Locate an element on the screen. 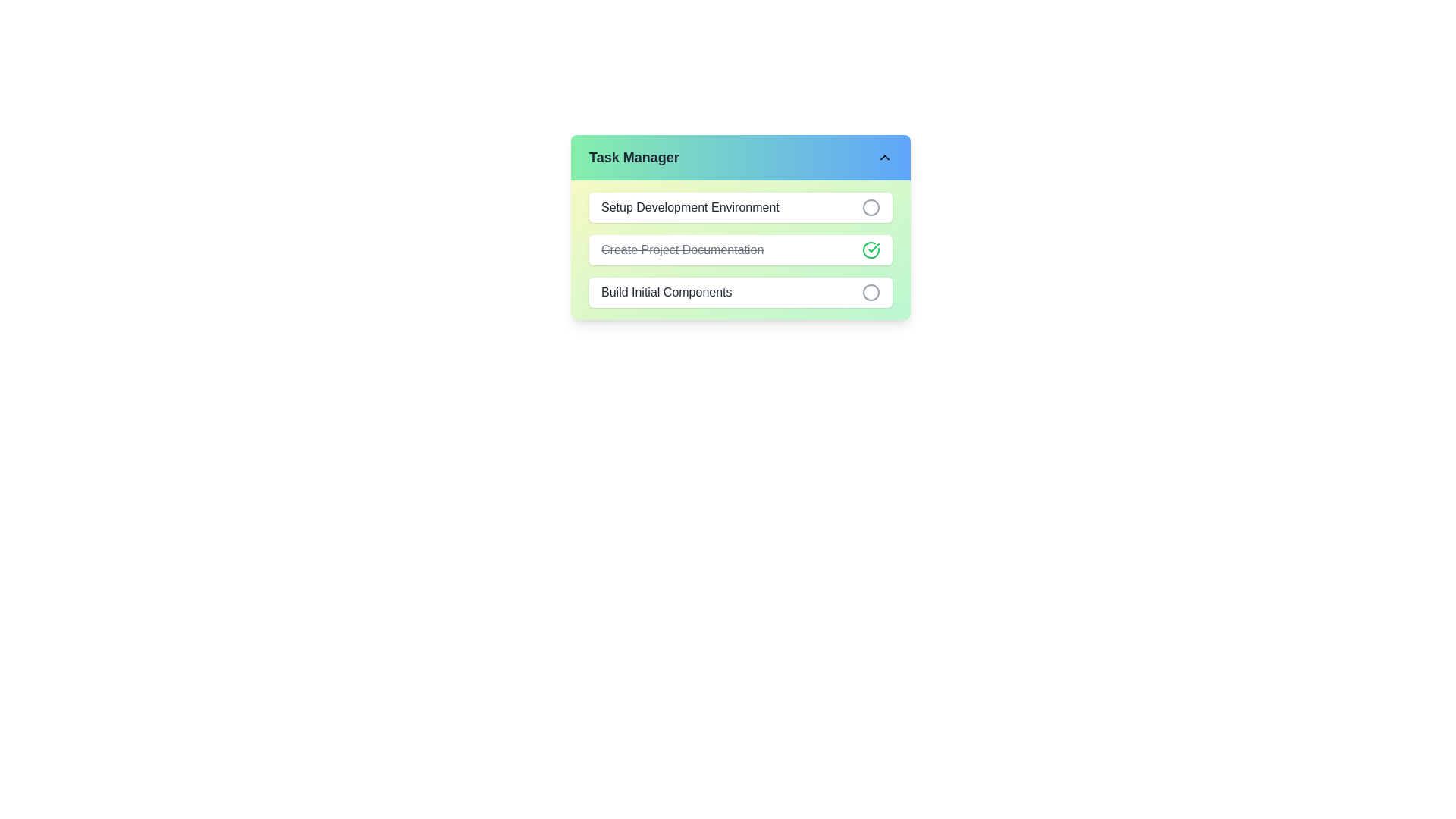  the task name Build Initial Components to focus or select its text is located at coordinates (666, 292).